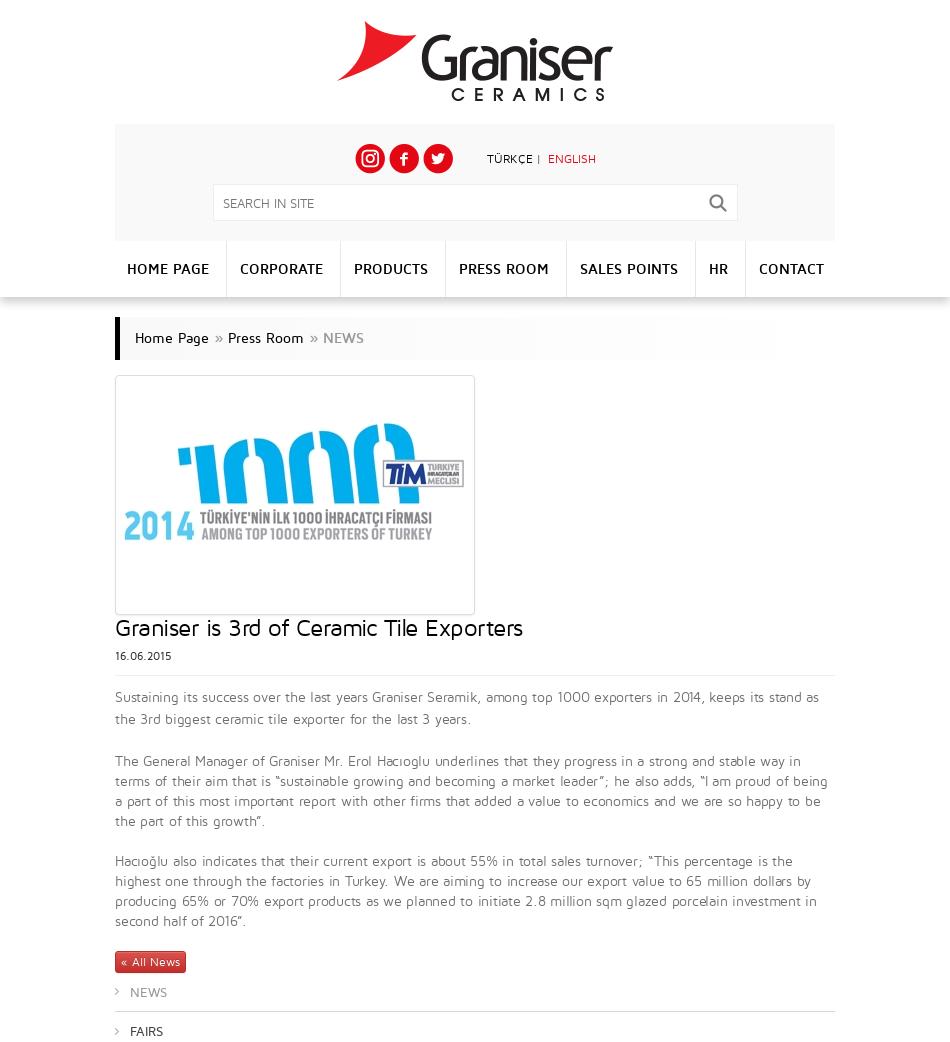 The width and height of the screenshot is (950, 1042). I want to click on 'TÜRKÇE', so click(509, 158).